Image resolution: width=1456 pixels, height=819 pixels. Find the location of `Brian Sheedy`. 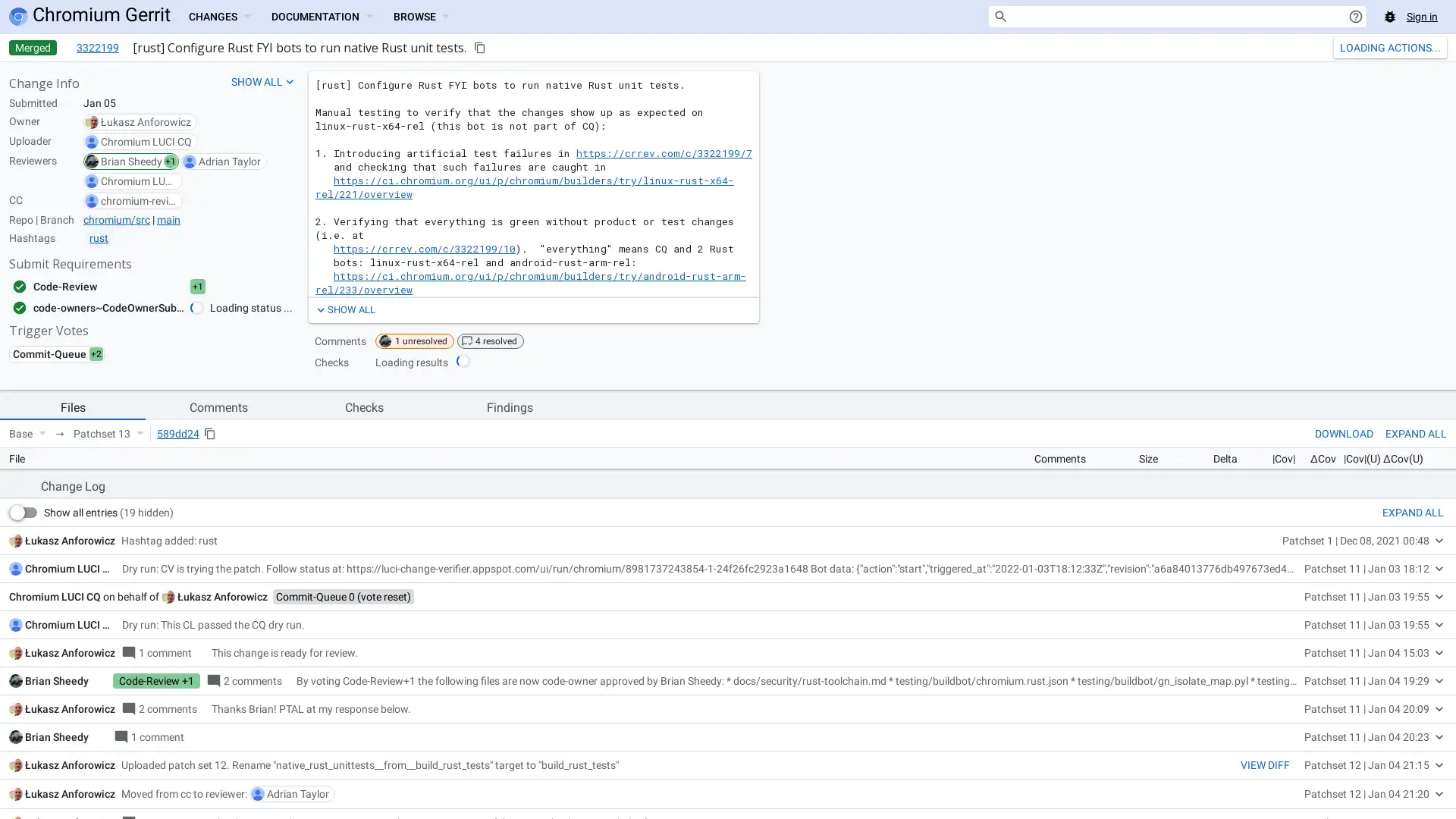

Brian Sheedy is located at coordinates (131, 161).